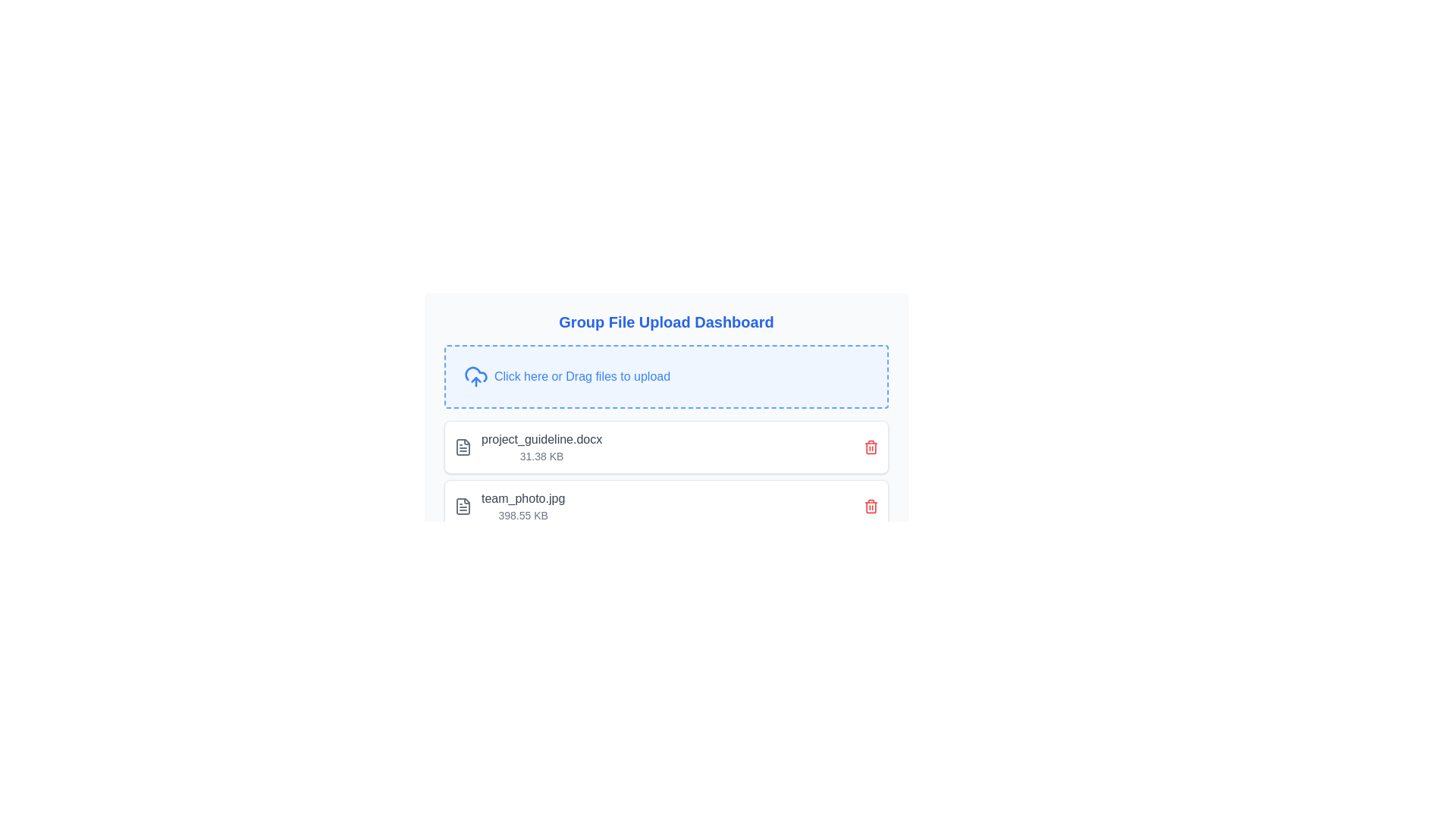  I want to click on to view details about the file in the File list display section, which includes 'project_guideline.docx' and 'team_photo.jpg', so click(666, 475).